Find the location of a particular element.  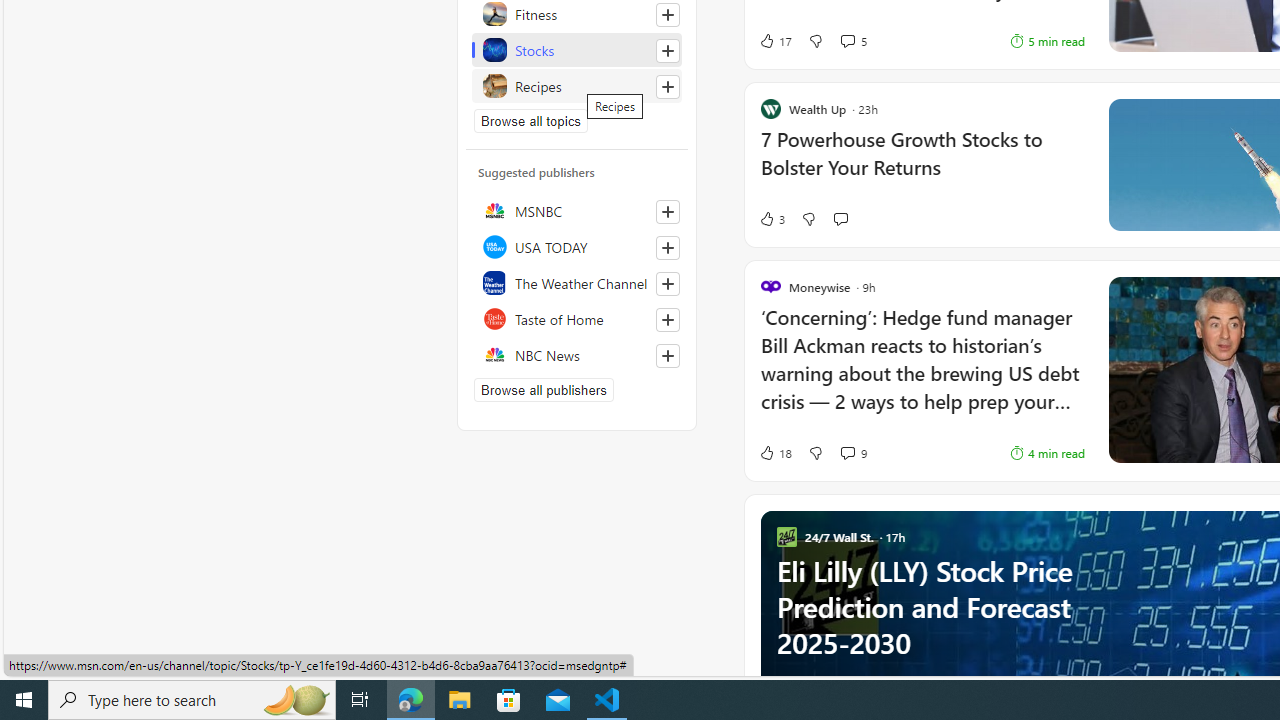

'View comments 5 Comment' is located at coordinates (853, 41).